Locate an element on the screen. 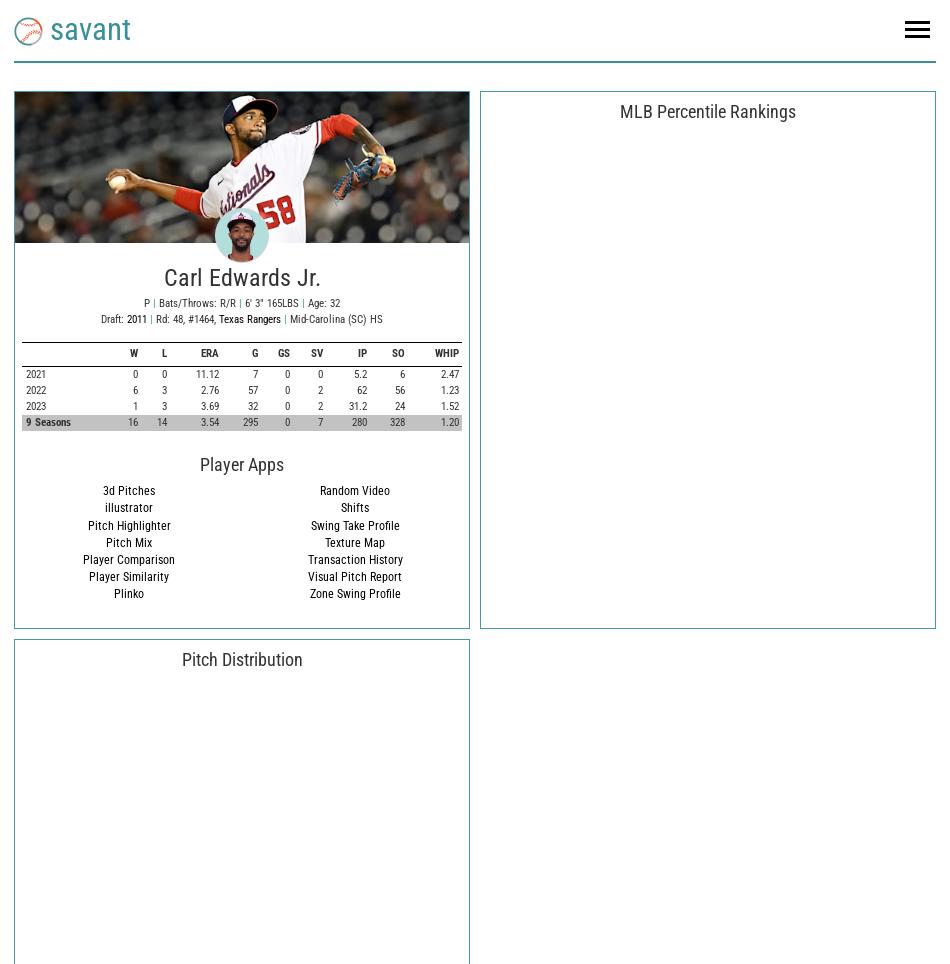  '24' is located at coordinates (398, 404).